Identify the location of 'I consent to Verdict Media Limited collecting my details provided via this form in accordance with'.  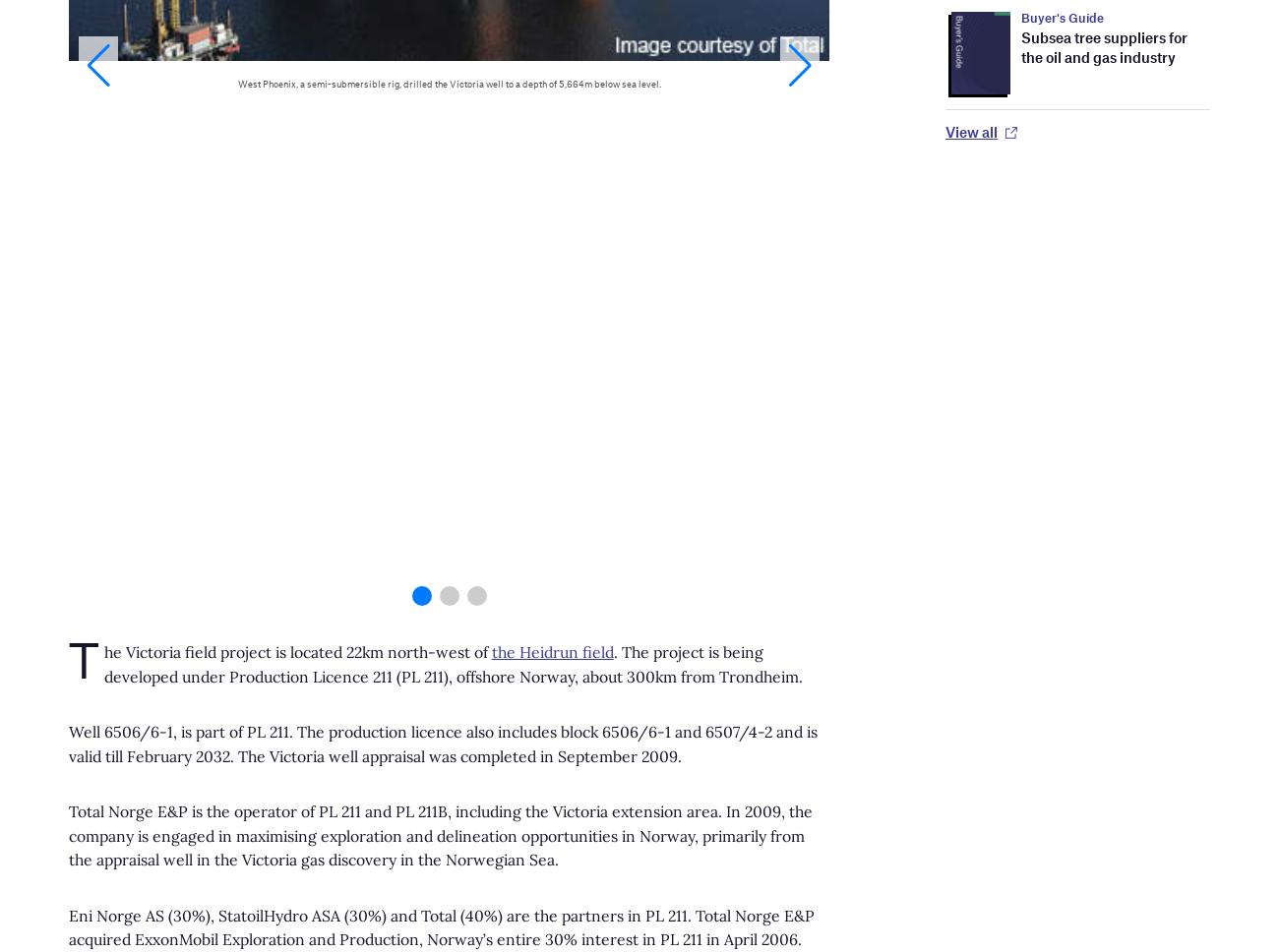
(365, 357).